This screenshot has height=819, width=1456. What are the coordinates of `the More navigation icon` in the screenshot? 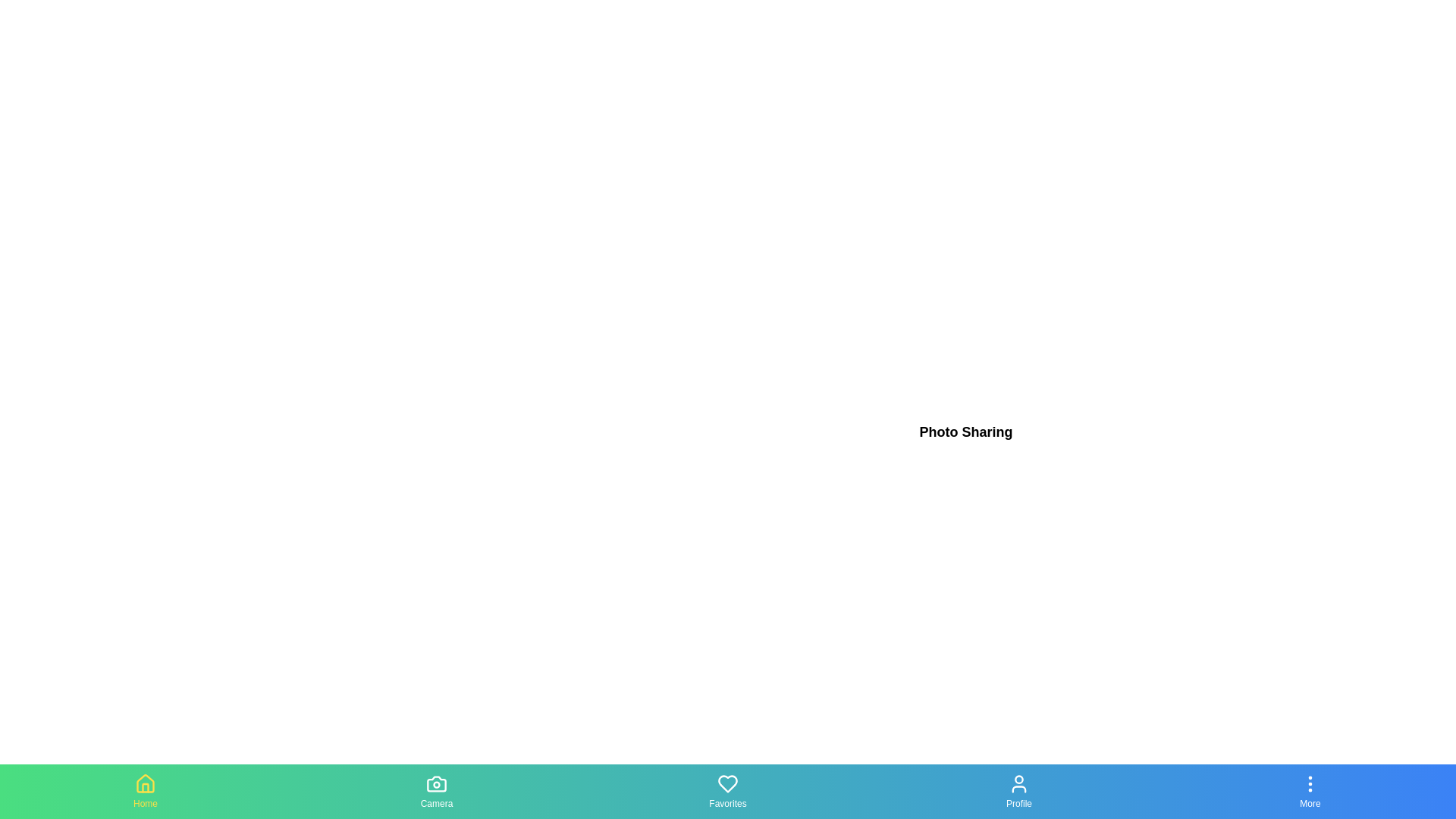 It's located at (1310, 791).